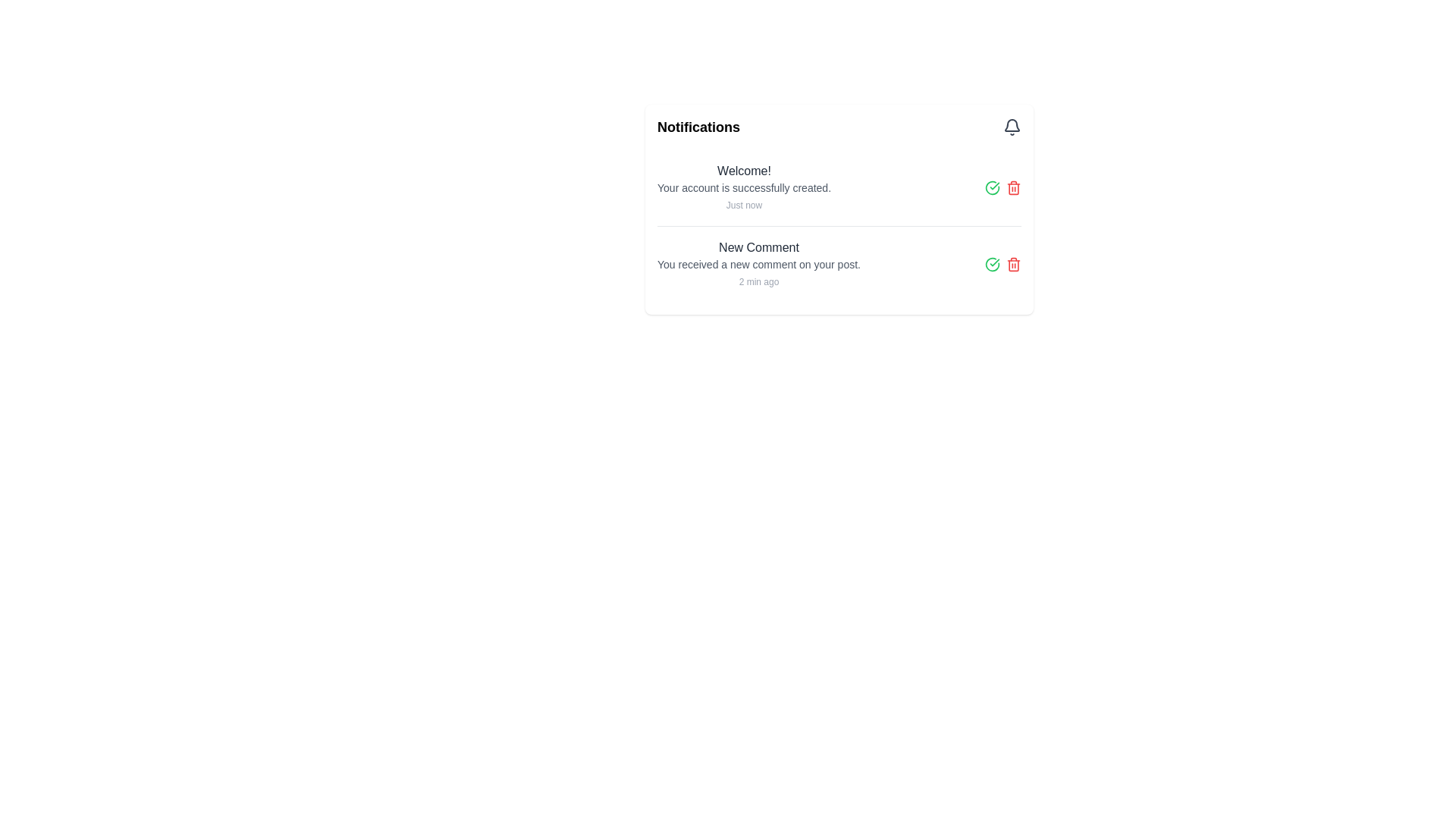  I want to click on the timestamp text label located in the bottom-right corner of the 'New Comment' notification block, so click(758, 281).